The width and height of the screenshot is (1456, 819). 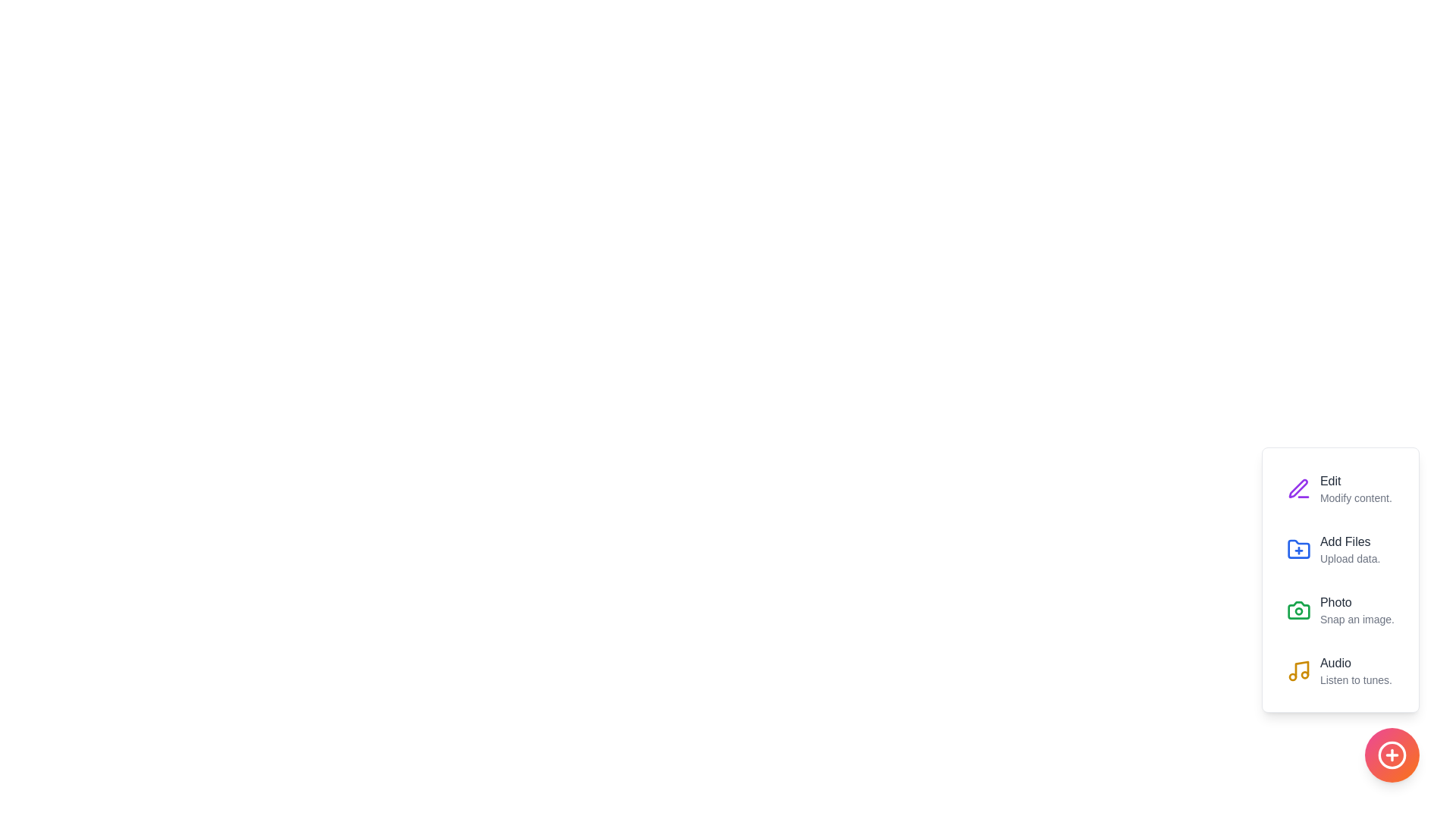 What do you see at coordinates (1340, 550) in the screenshot?
I see `the Add Files option from the menu` at bounding box center [1340, 550].